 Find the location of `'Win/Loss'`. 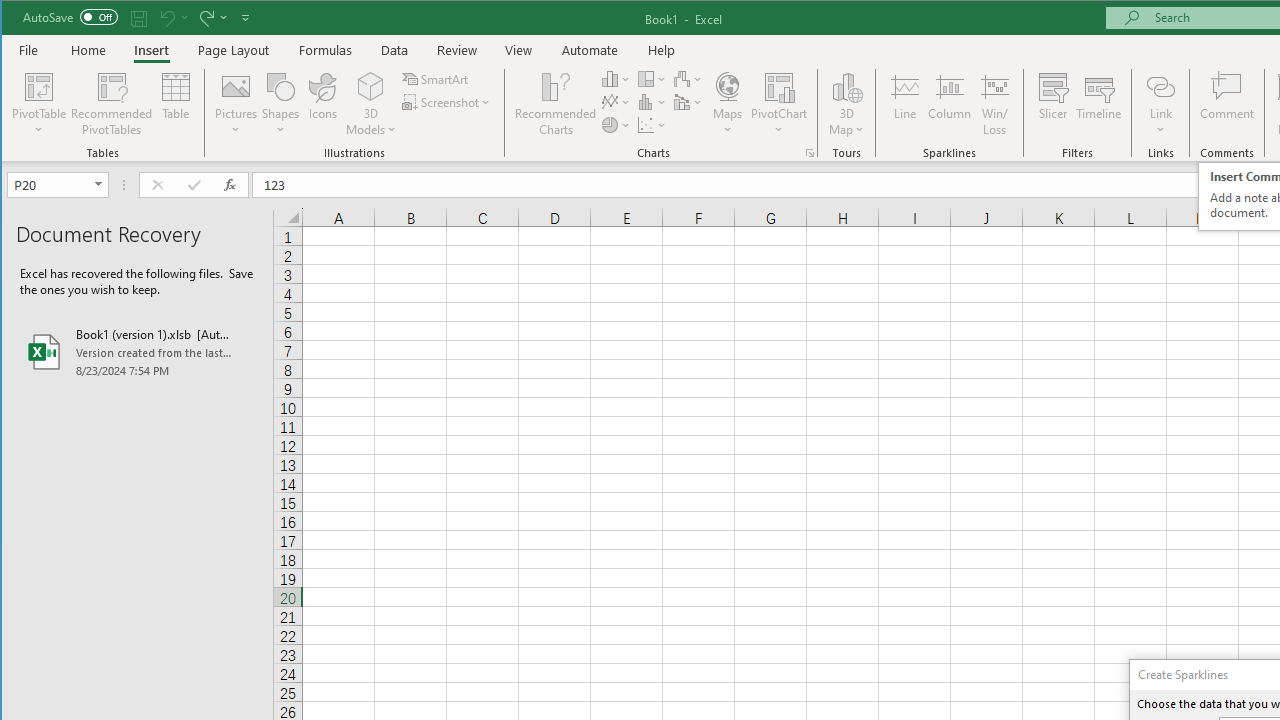

'Win/Loss' is located at coordinates (995, 104).